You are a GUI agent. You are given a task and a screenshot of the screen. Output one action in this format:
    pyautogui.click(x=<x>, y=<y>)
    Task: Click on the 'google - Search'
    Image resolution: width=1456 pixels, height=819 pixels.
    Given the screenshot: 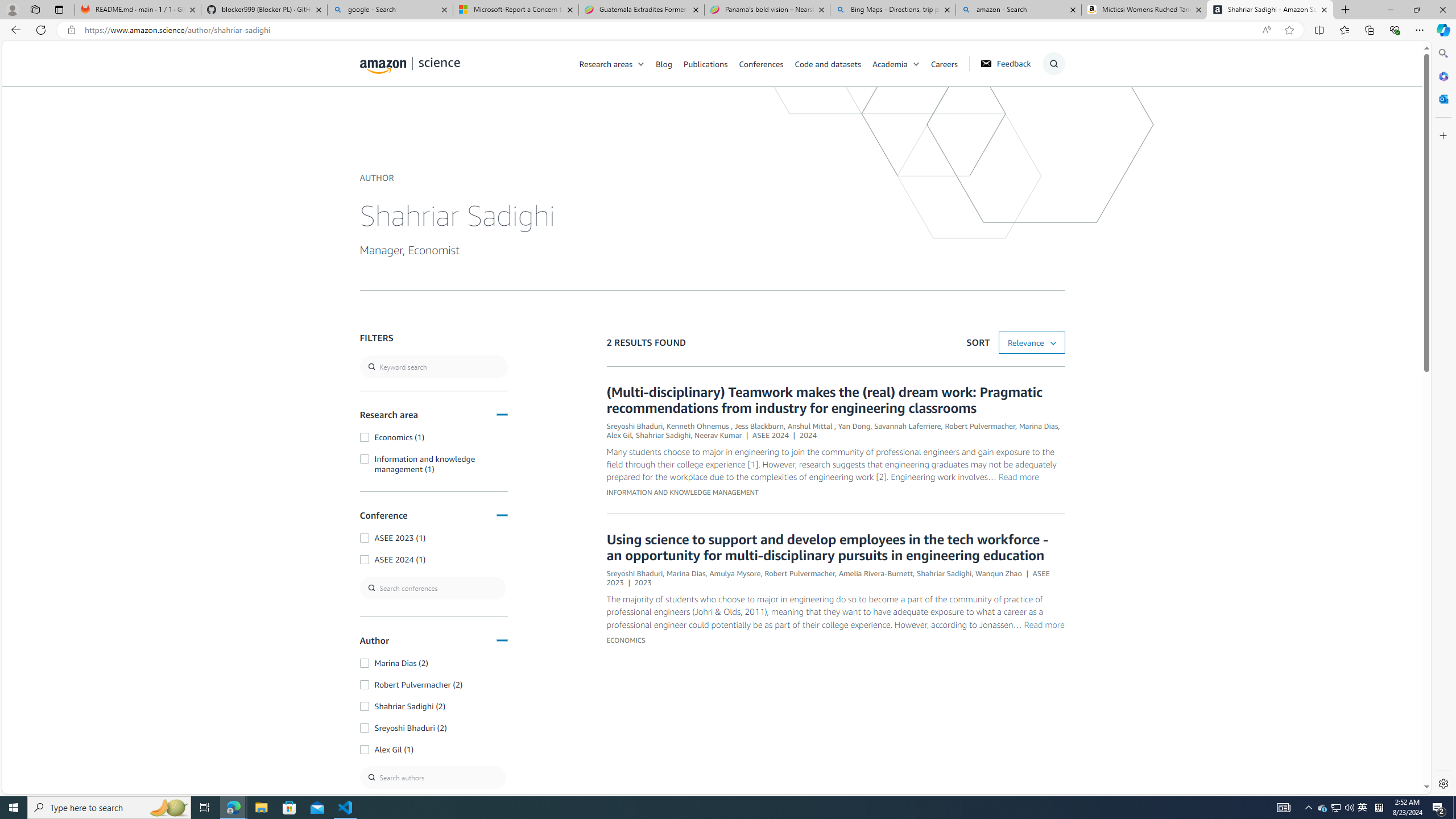 What is the action you would take?
    pyautogui.click(x=389, y=9)
    